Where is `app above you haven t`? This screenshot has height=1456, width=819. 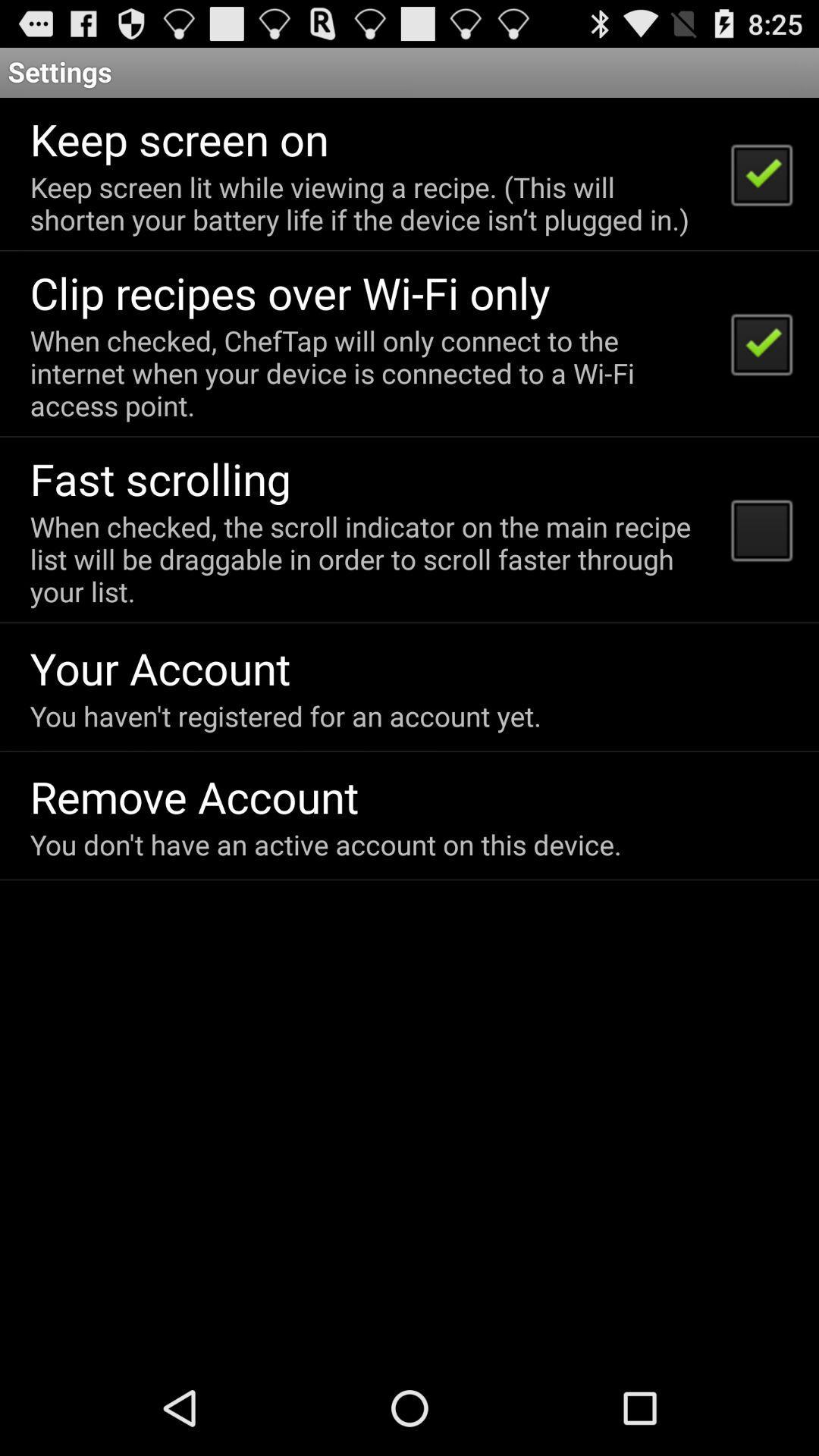
app above you haven t is located at coordinates (160, 667).